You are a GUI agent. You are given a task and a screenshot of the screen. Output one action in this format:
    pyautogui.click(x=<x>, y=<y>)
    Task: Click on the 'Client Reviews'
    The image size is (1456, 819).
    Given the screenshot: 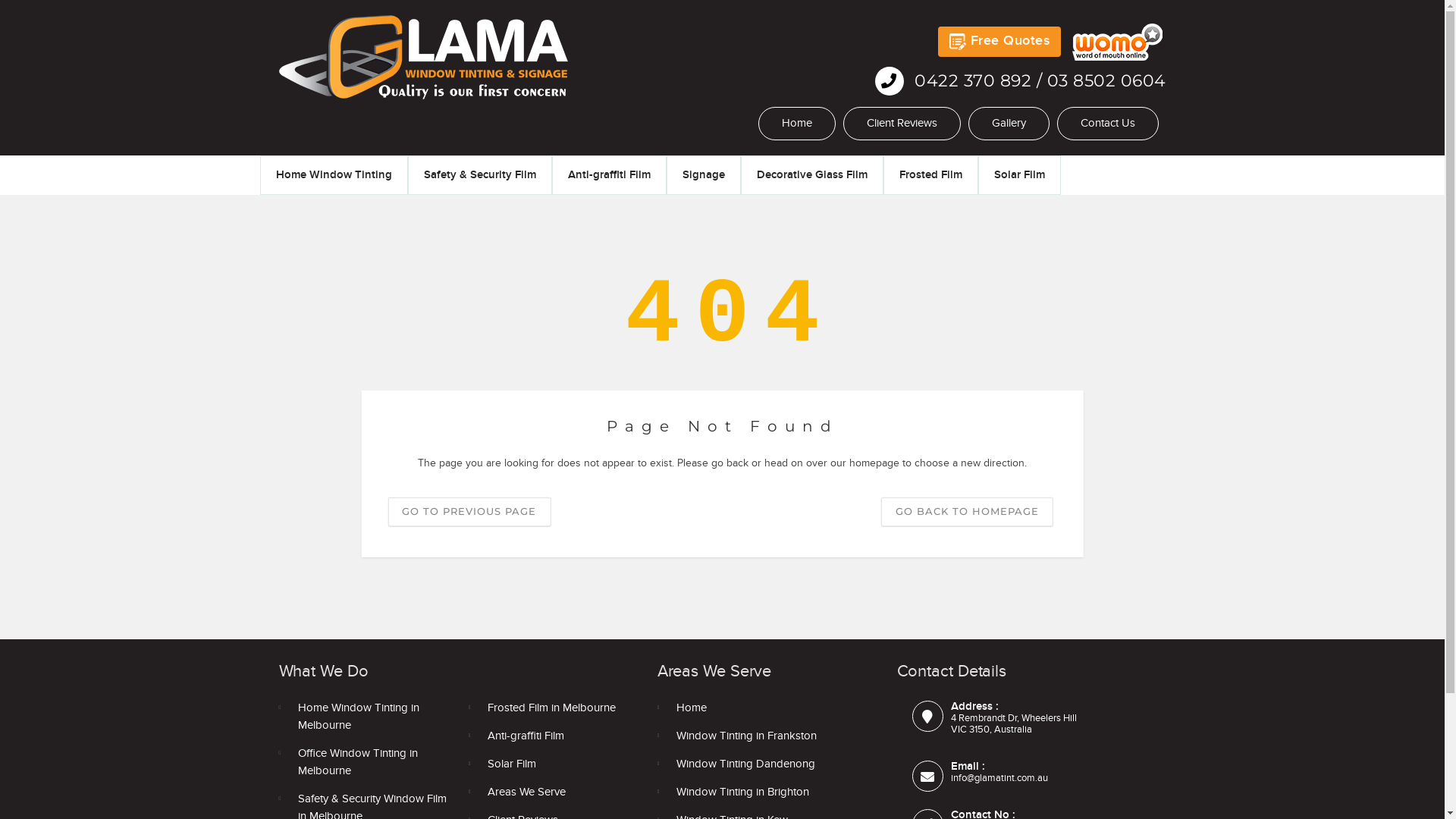 What is the action you would take?
    pyautogui.click(x=843, y=122)
    